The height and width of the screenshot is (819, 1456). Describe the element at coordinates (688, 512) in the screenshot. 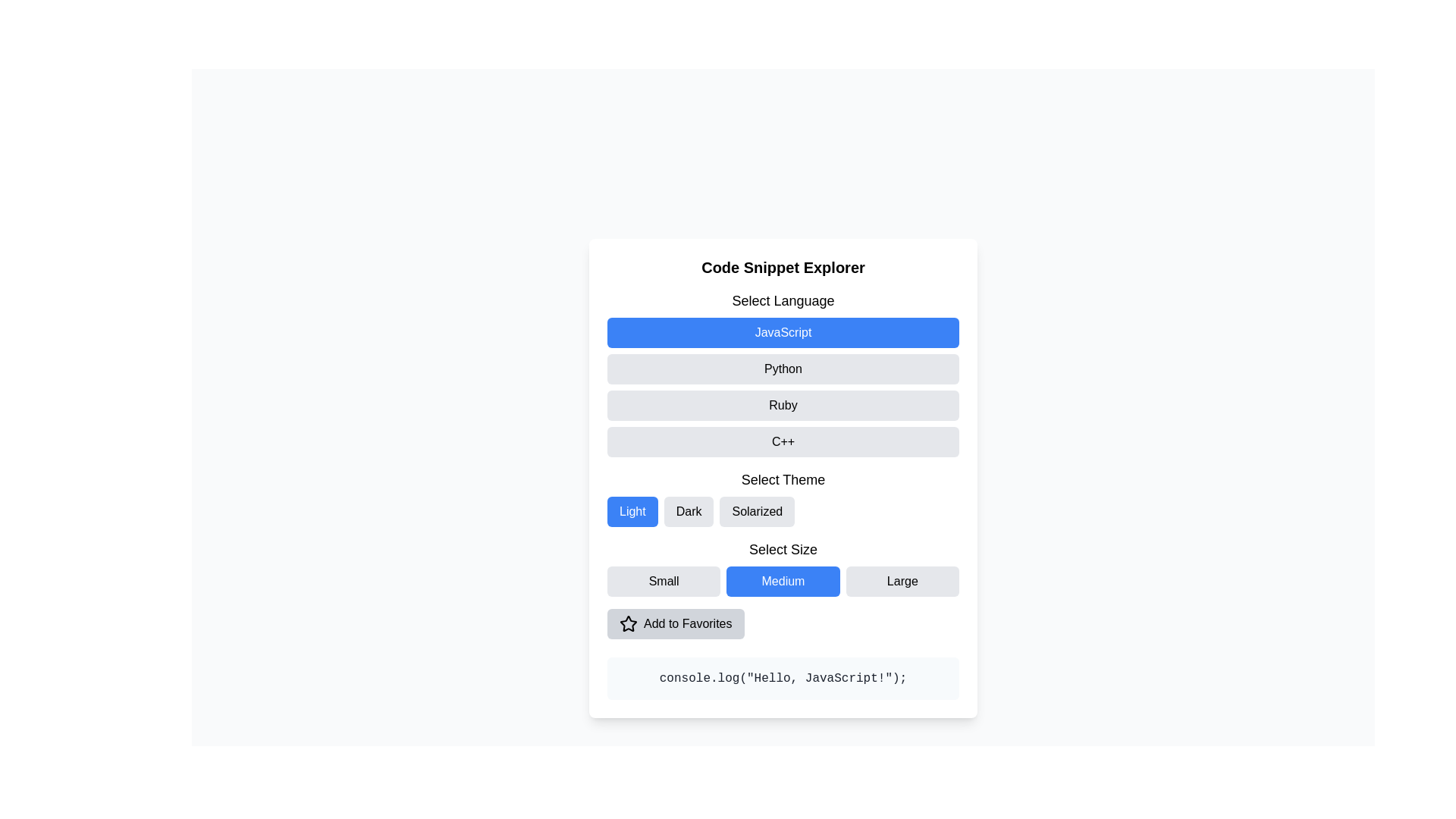

I see `the 'Dark' button, which is the second button in a horizontal set of three buttons under the 'Select Theme' section` at that location.